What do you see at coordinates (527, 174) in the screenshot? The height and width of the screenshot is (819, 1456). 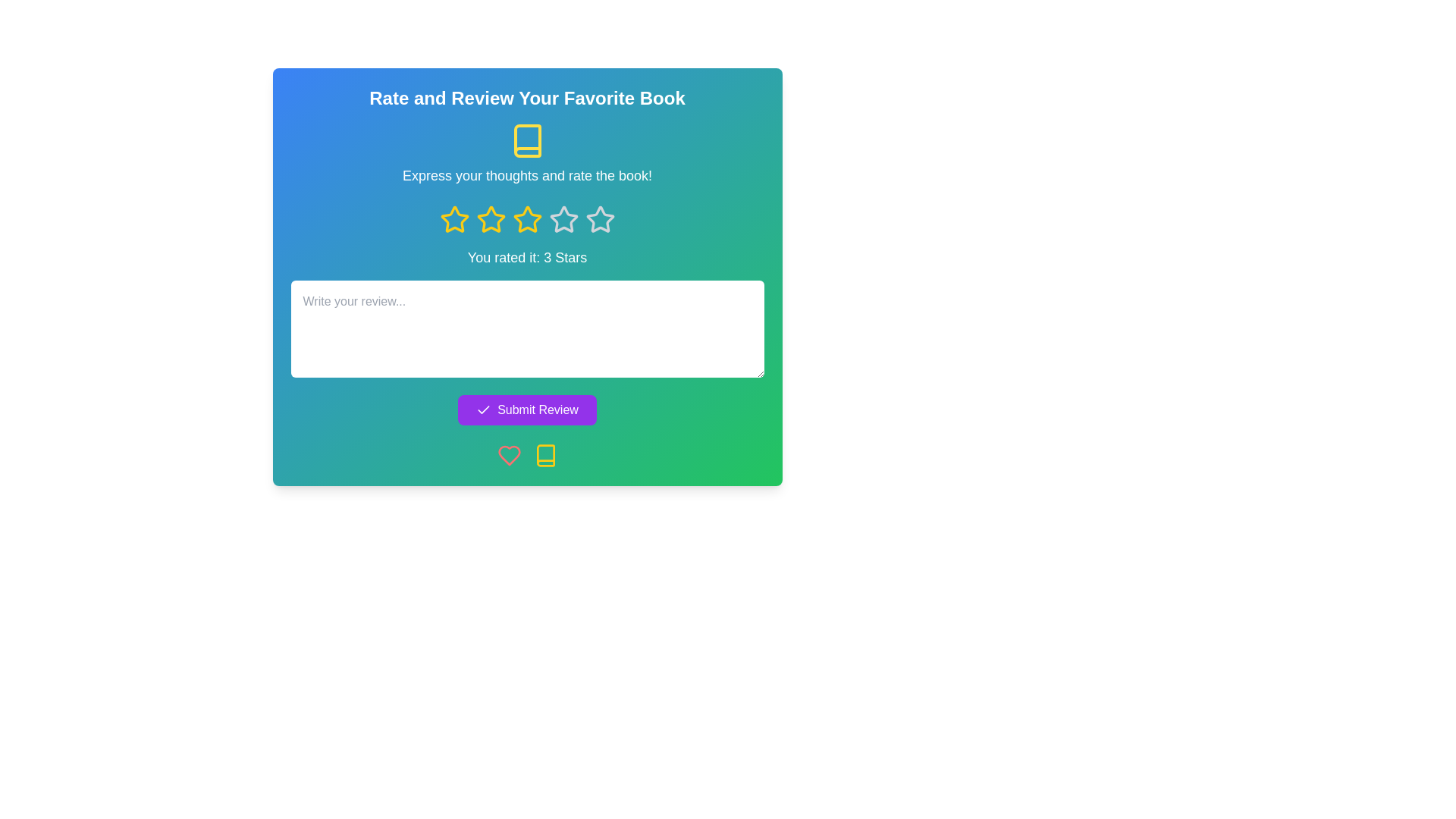 I see `the static text label that instructs users to express their opinions and rate a book, located centrally beneath a yellow book icon` at bounding box center [527, 174].